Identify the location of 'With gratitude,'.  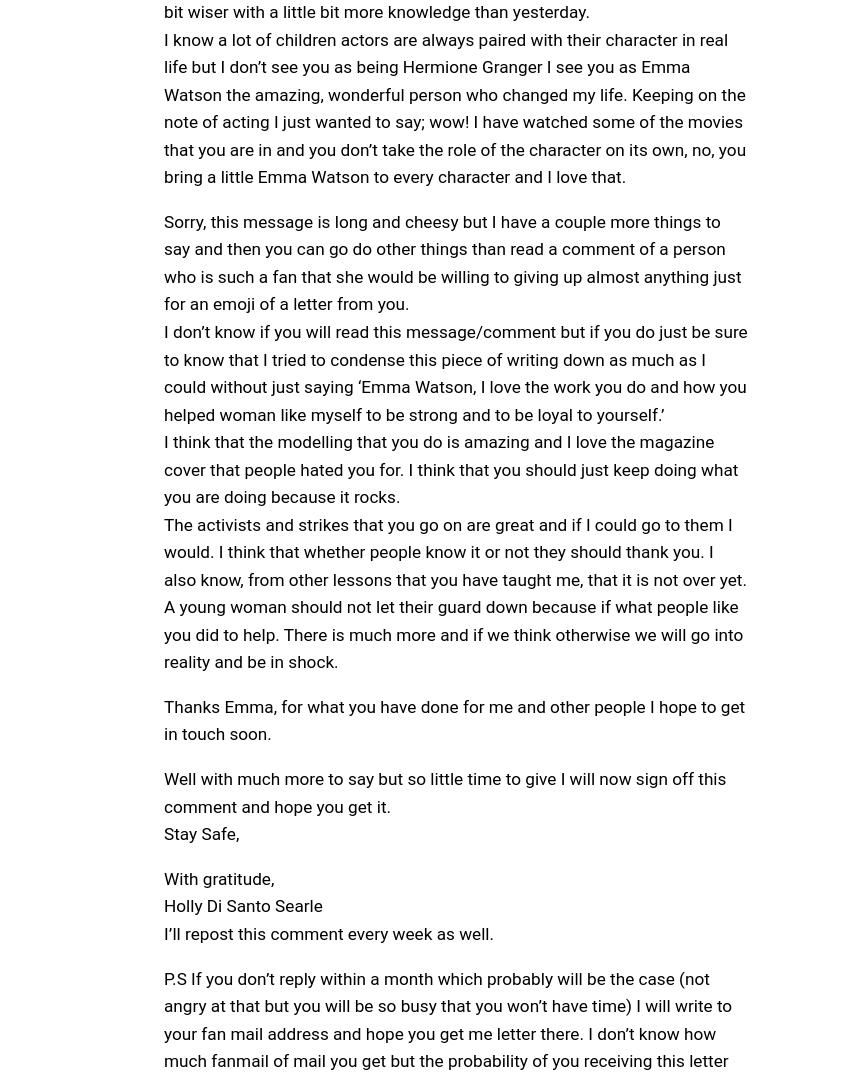
(218, 876).